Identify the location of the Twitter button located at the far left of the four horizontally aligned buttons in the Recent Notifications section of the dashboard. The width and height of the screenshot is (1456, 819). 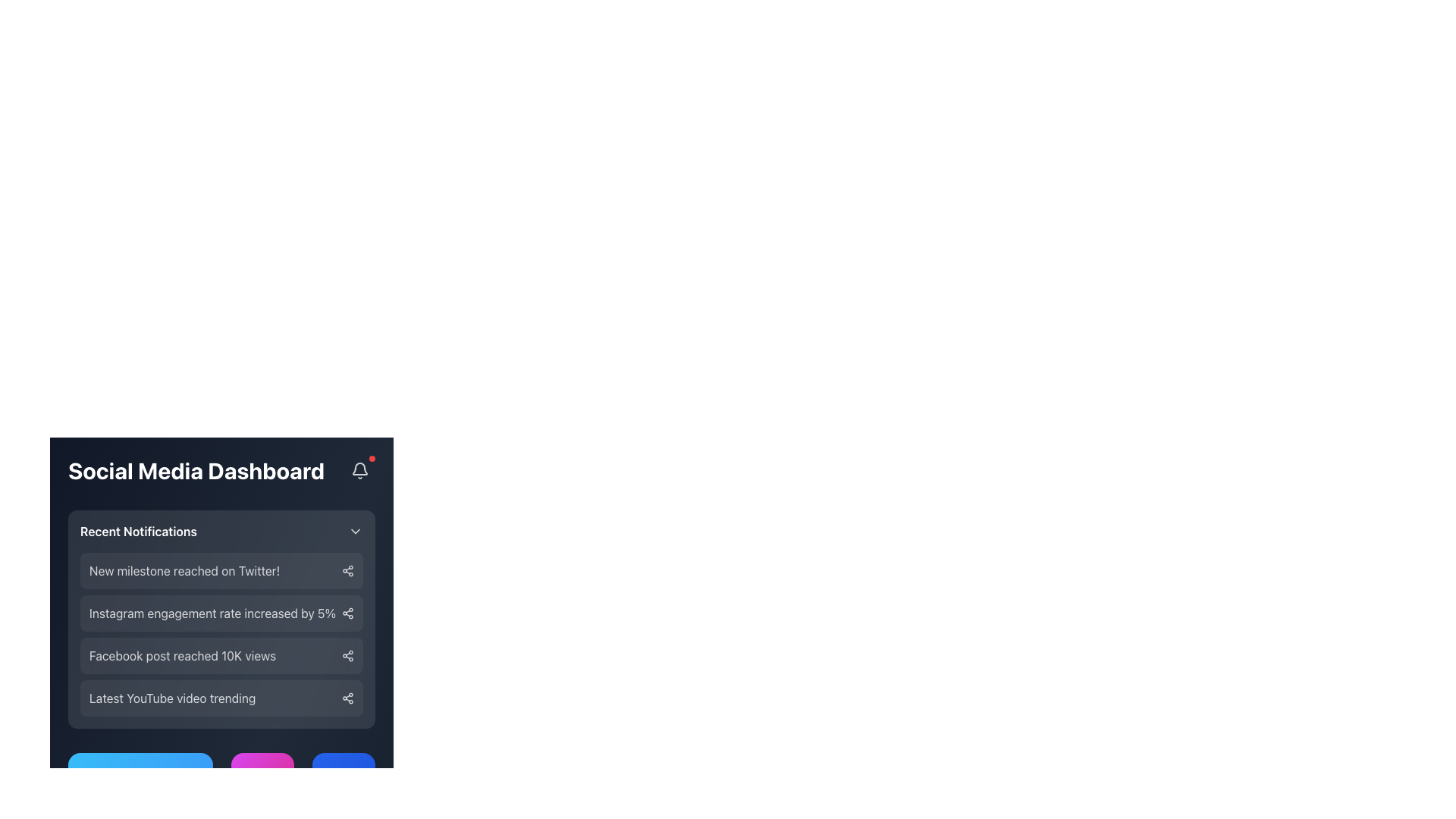
(140, 783).